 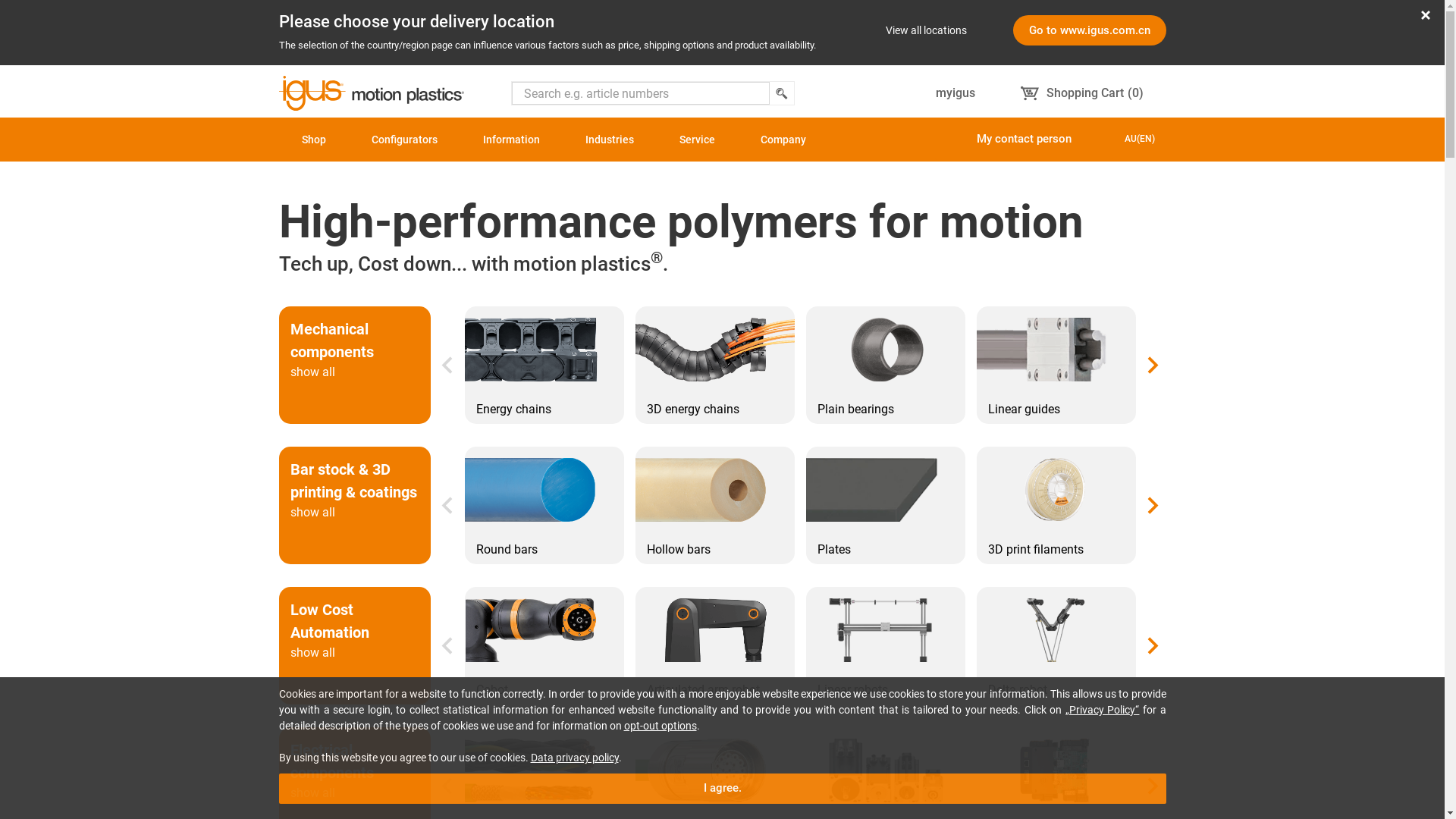 What do you see at coordinates (1139, 138) in the screenshot?
I see `'AU(EN)'` at bounding box center [1139, 138].